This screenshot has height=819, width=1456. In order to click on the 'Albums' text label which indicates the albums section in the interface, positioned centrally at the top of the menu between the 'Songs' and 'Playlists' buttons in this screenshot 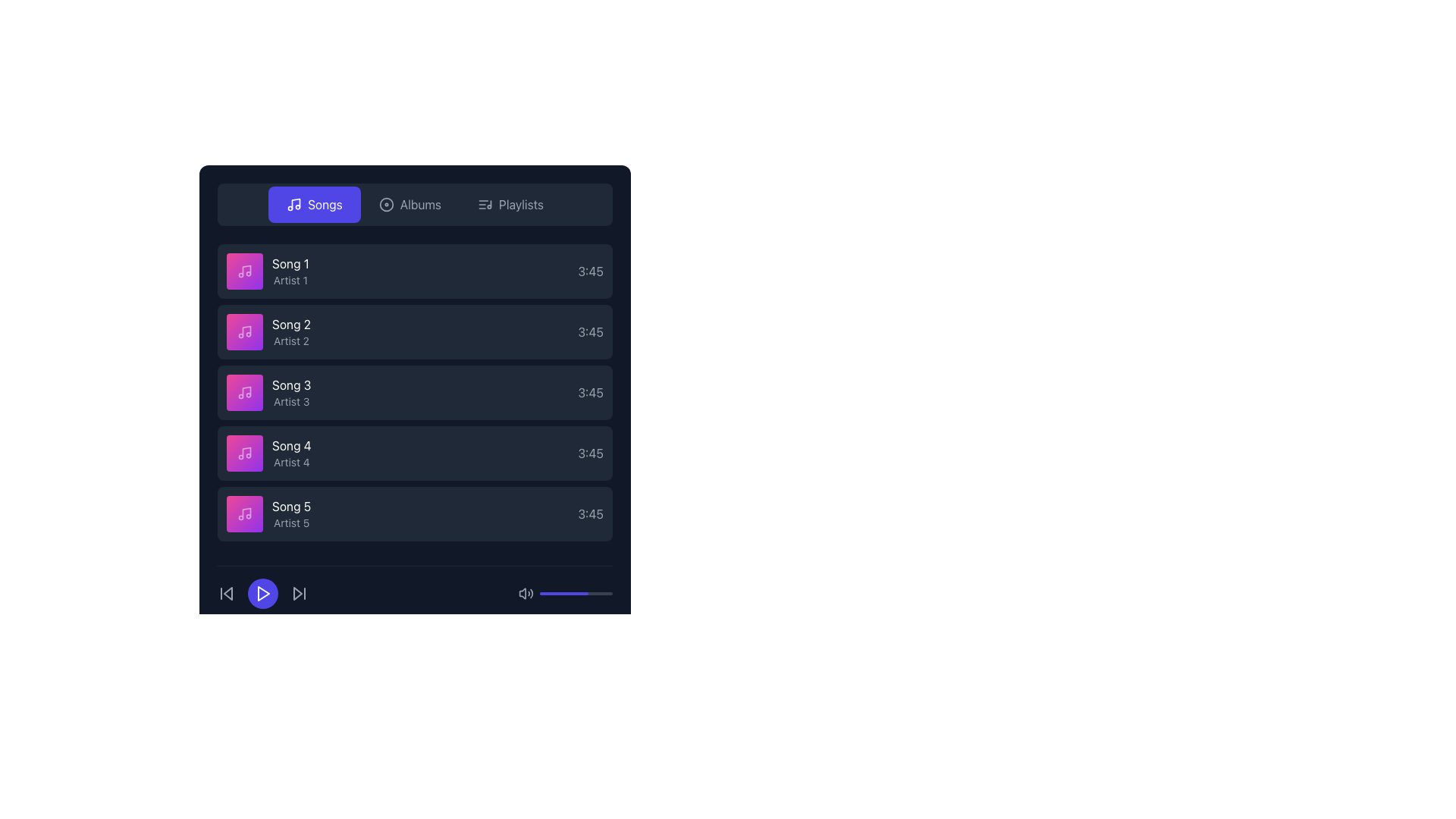, I will do `click(420, 205)`.